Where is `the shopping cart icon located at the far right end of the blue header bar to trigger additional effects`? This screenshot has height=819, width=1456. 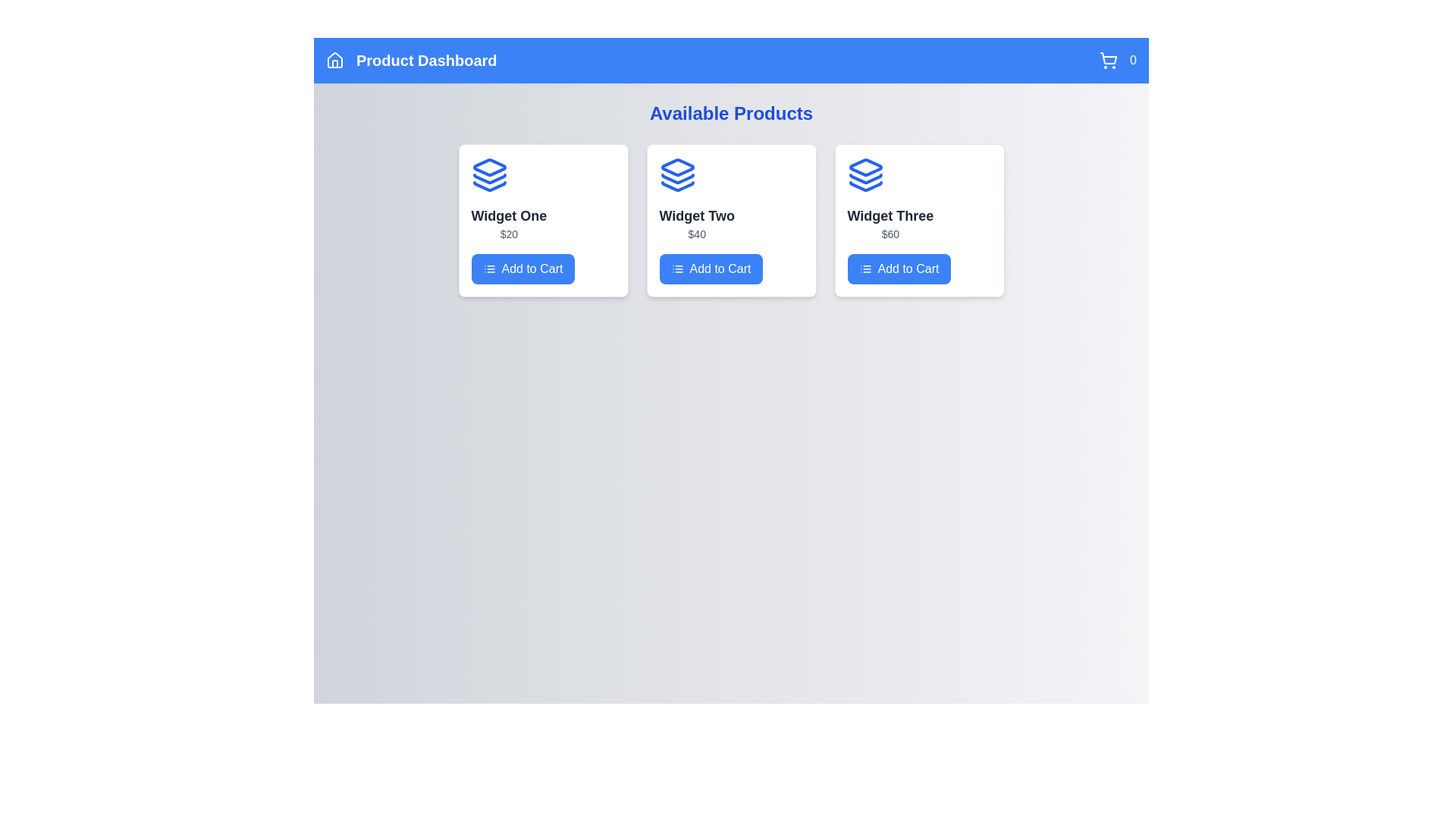
the shopping cart icon located at the far right end of the blue header bar to trigger additional effects is located at coordinates (1109, 60).